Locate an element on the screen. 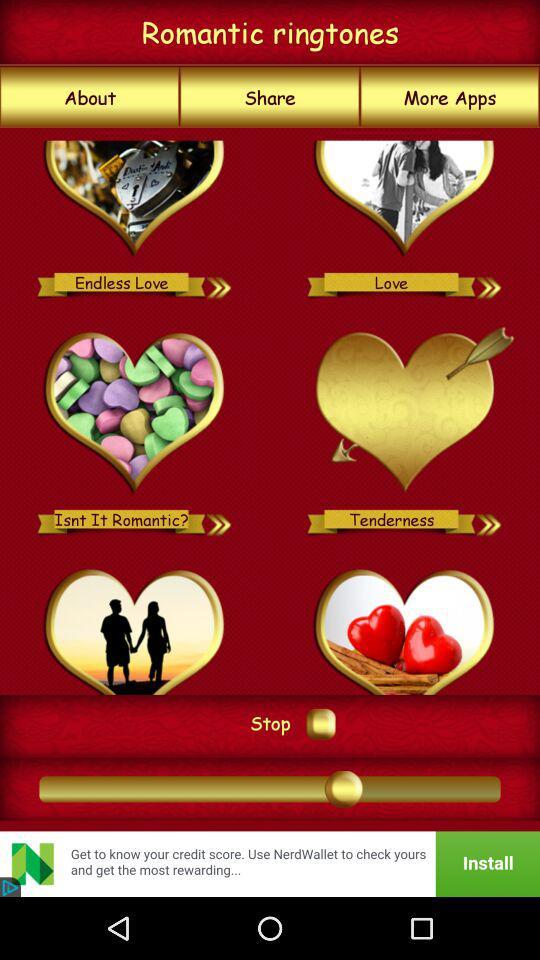 Image resolution: width=540 pixels, height=960 pixels. the icon below the about button is located at coordinates (270, 410).